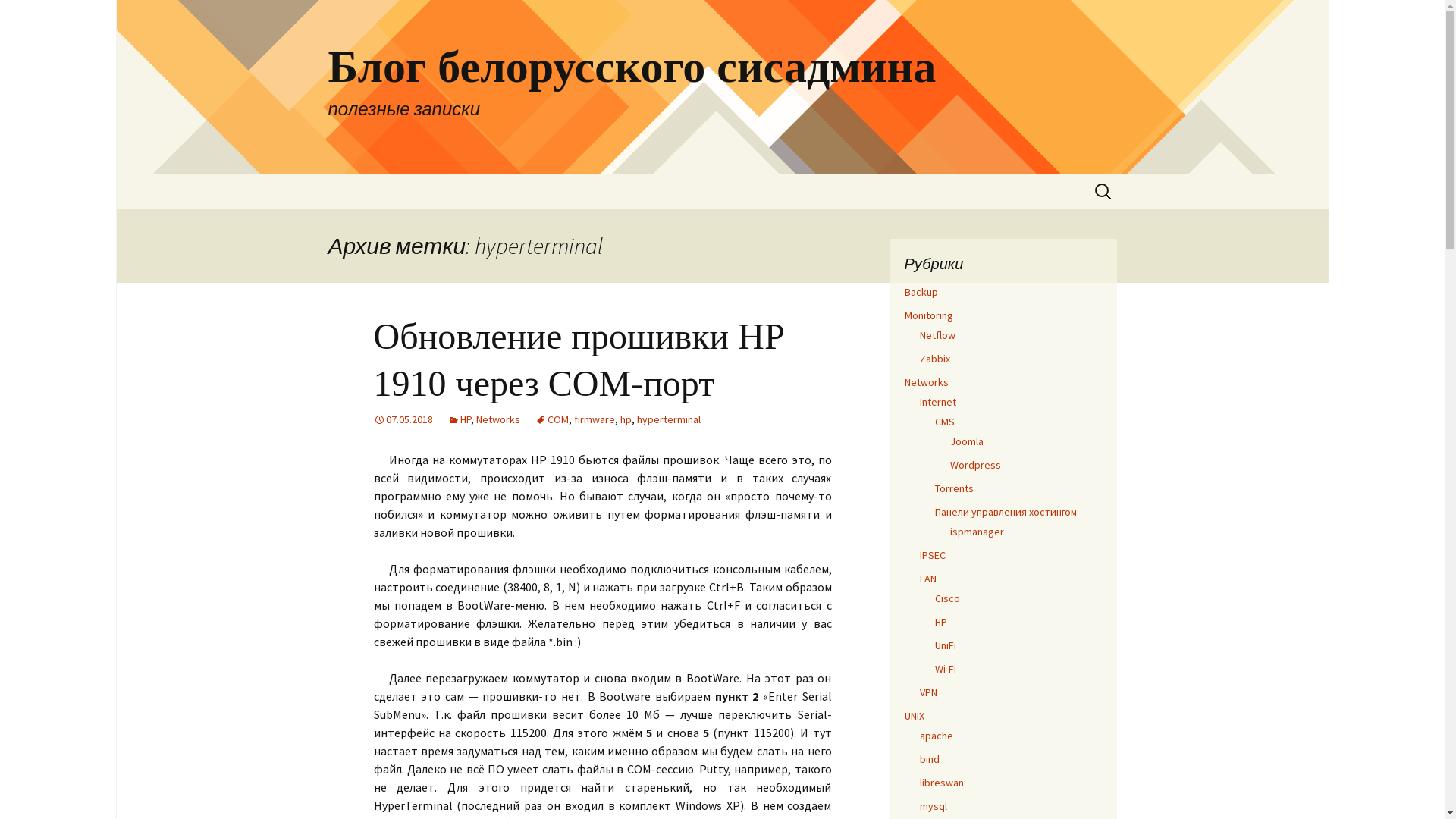  I want to click on 'Torrents', so click(952, 488).